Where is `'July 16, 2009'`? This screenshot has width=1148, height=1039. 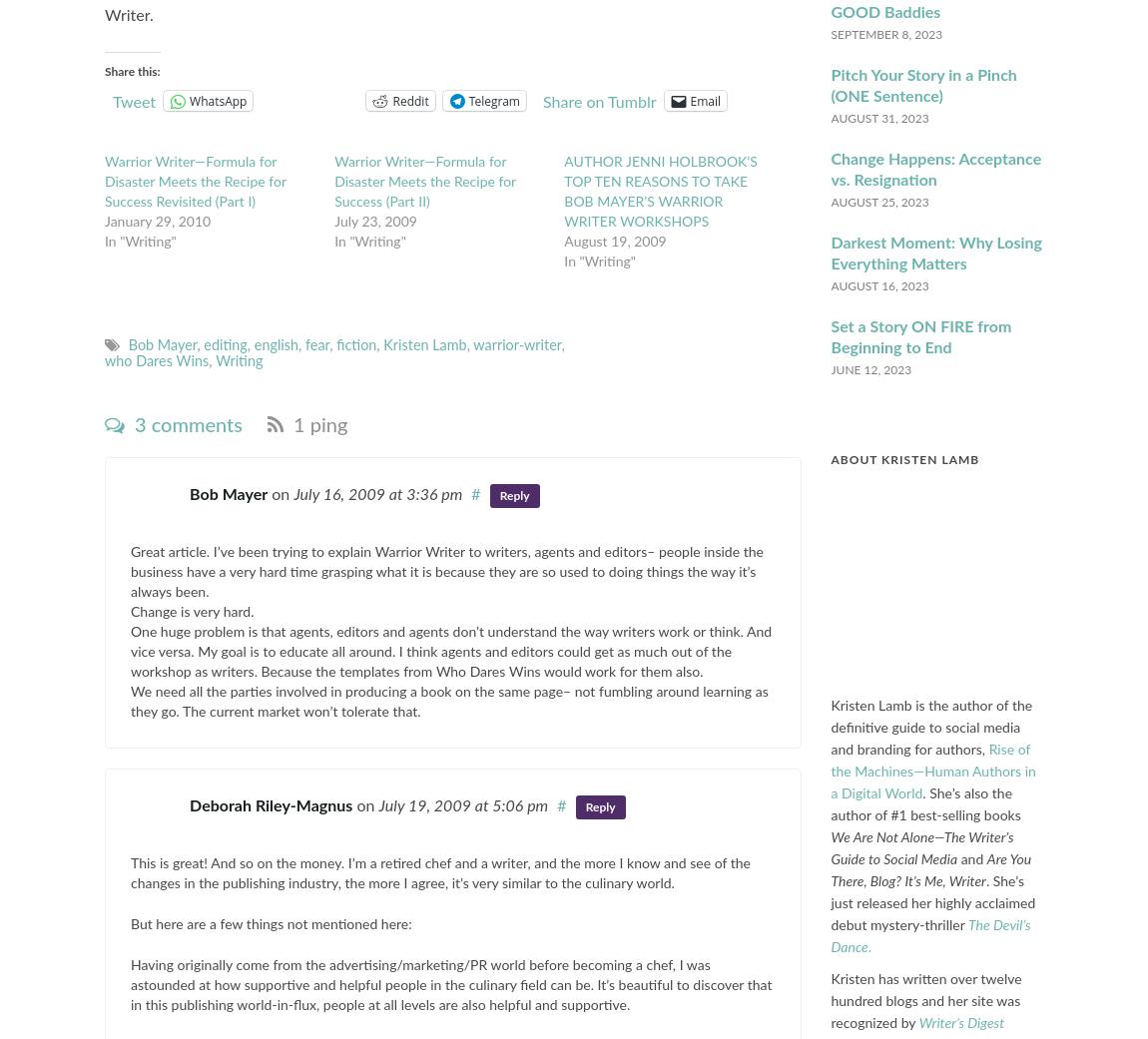
'July 16, 2009' is located at coordinates (340, 494).